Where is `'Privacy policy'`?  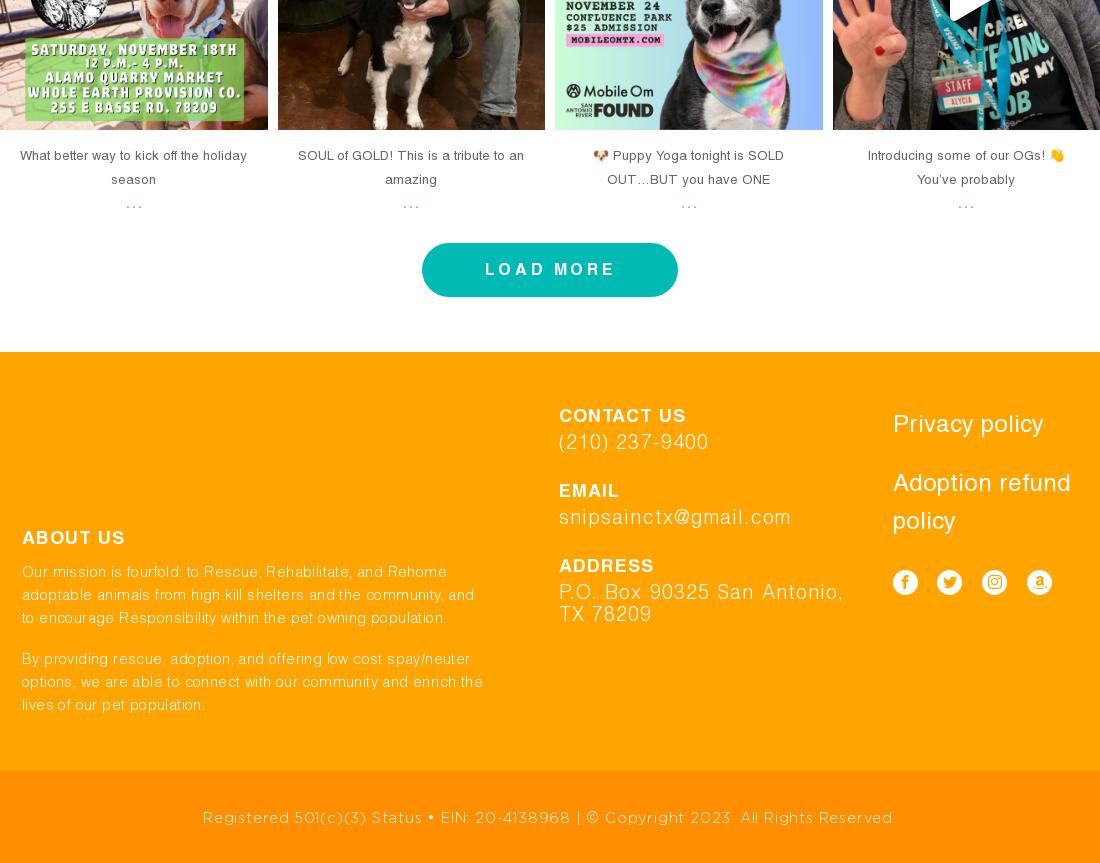 'Privacy policy' is located at coordinates (966, 423).